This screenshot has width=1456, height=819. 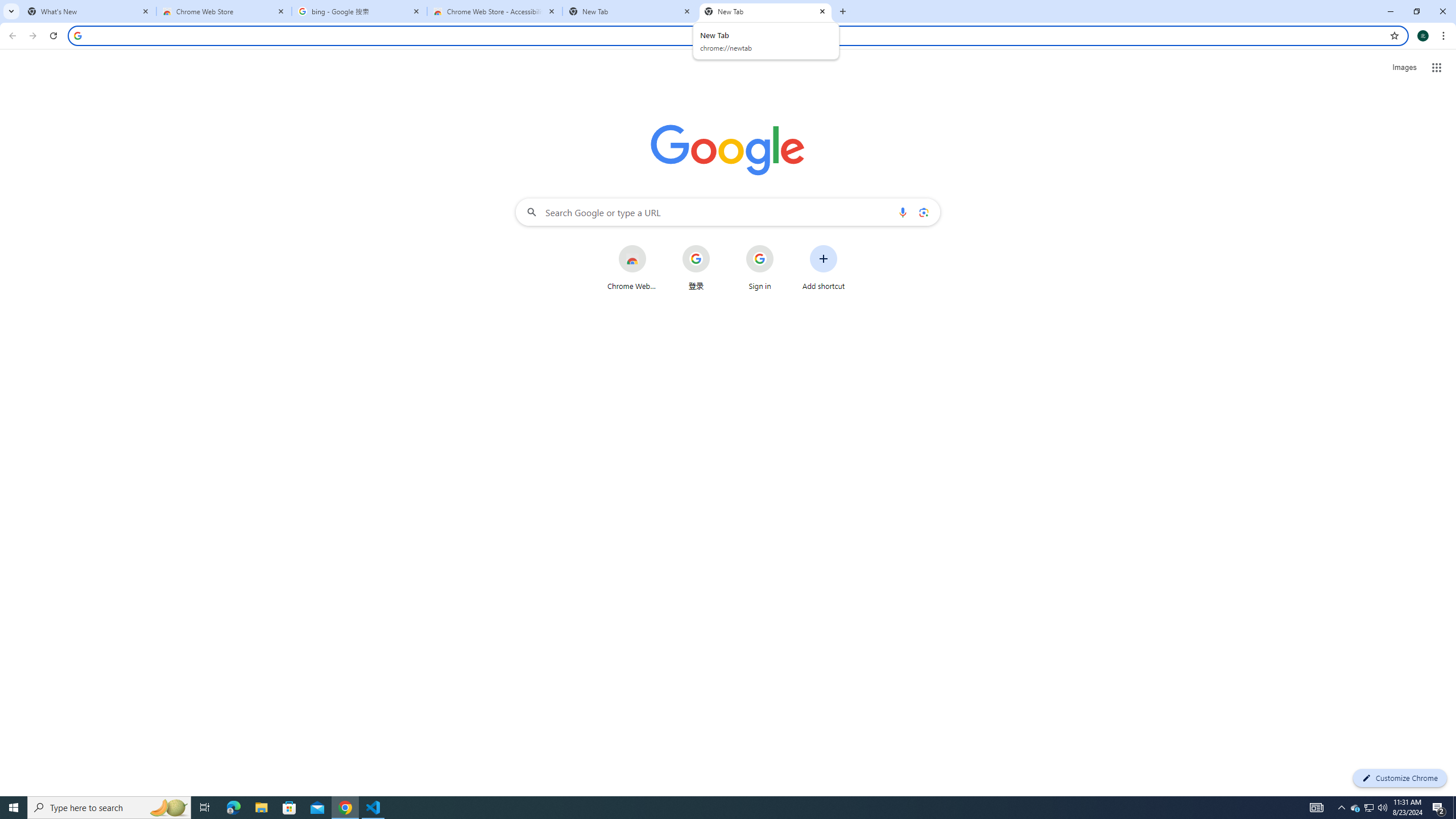 I want to click on 'More actions for Sign in shortcut', so click(x=782, y=246).